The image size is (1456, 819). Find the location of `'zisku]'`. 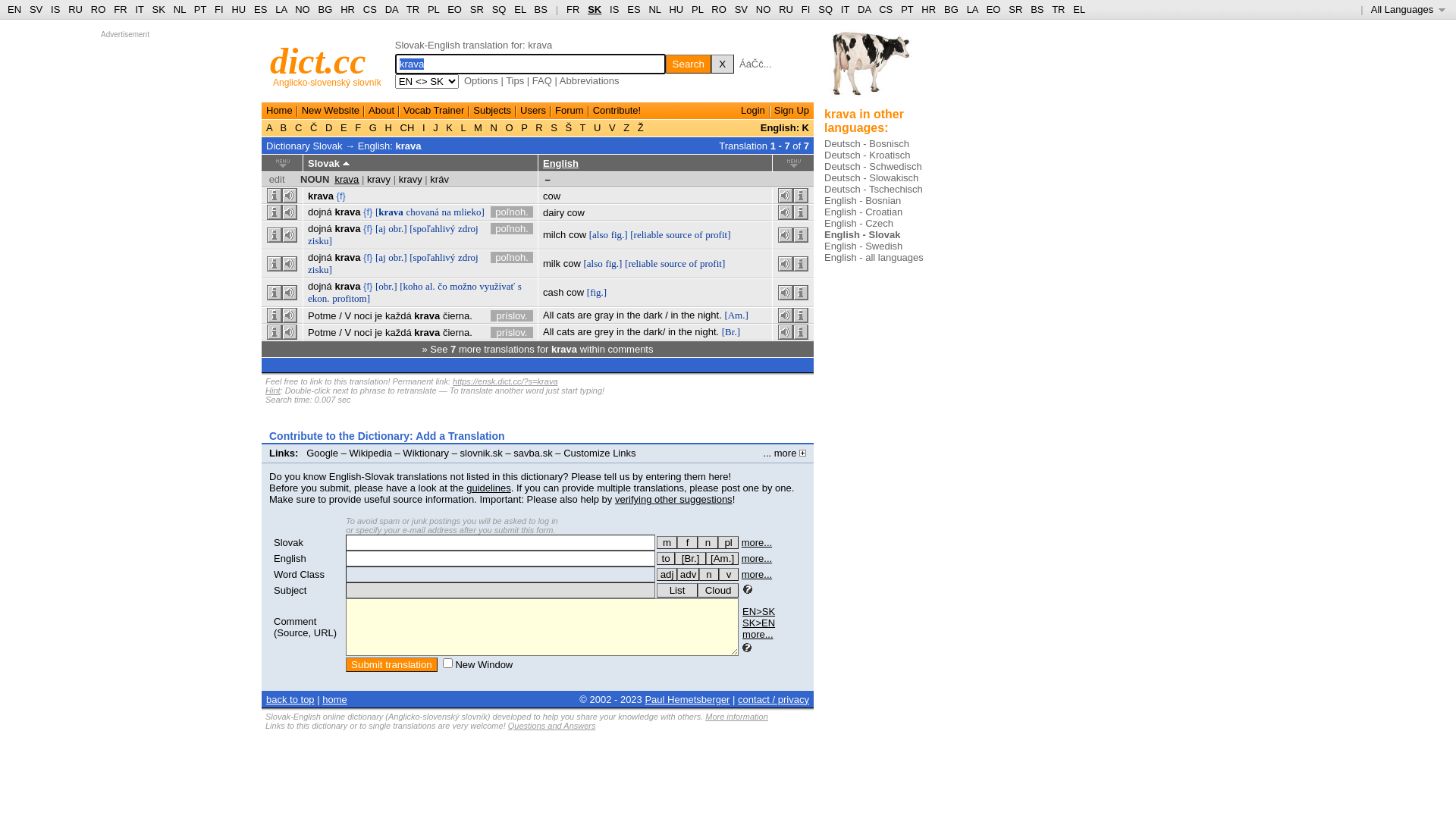

'zisku]' is located at coordinates (319, 240).